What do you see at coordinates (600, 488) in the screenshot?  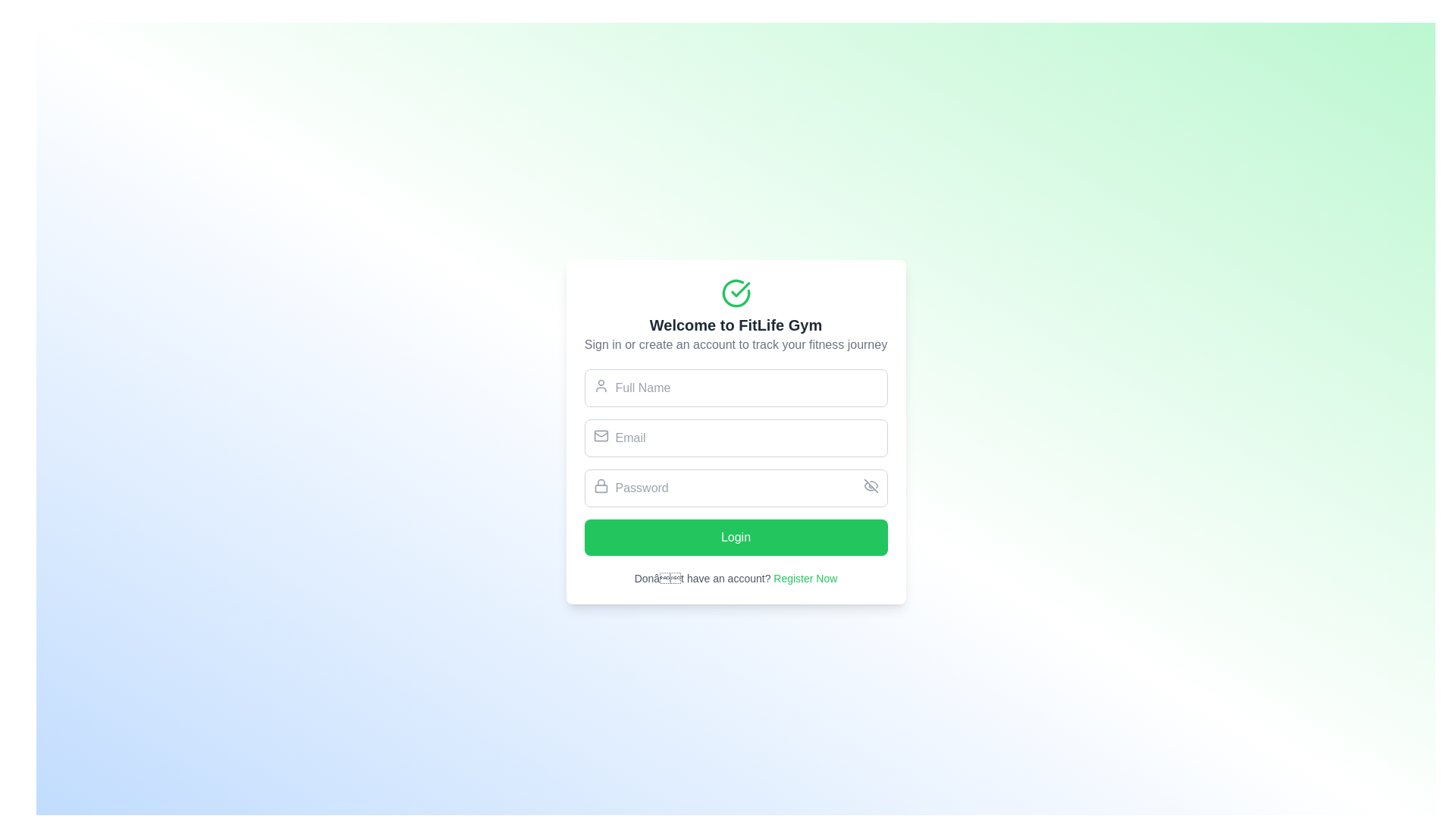 I see `the rectangular padlock icon element located directly to the left of the password input field in the login form, which is styled in a neutral tone and has rounded corners` at bounding box center [600, 488].